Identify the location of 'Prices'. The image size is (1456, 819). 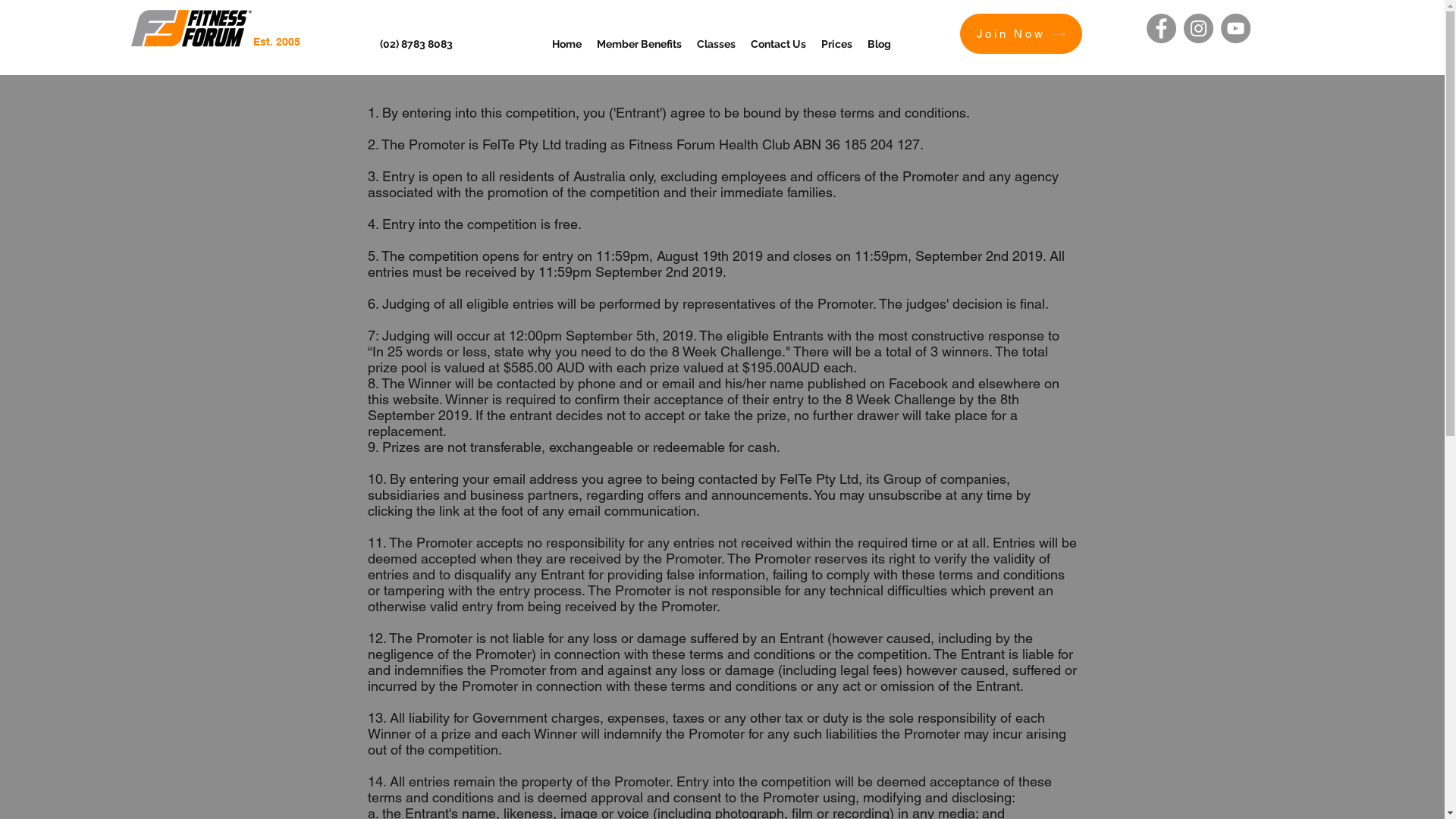
(836, 42).